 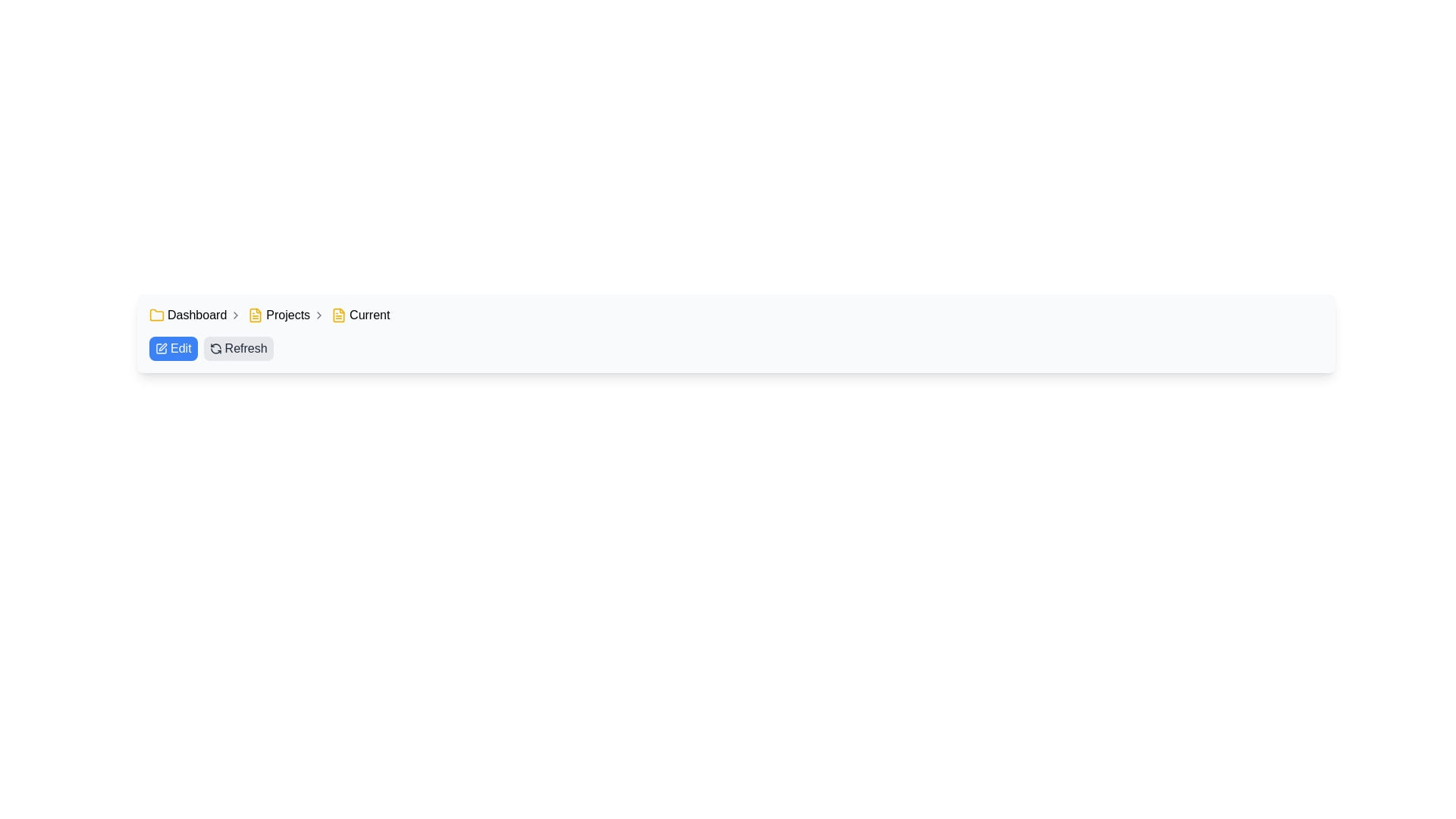 What do you see at coordinates (173, 348) in the screenshot?
I see `the blue button labeled 'Edit' with a pen icon, located to the left of the 'Refresh' button in the breadcrumb navigation bar` at bounding box center [173, 348].